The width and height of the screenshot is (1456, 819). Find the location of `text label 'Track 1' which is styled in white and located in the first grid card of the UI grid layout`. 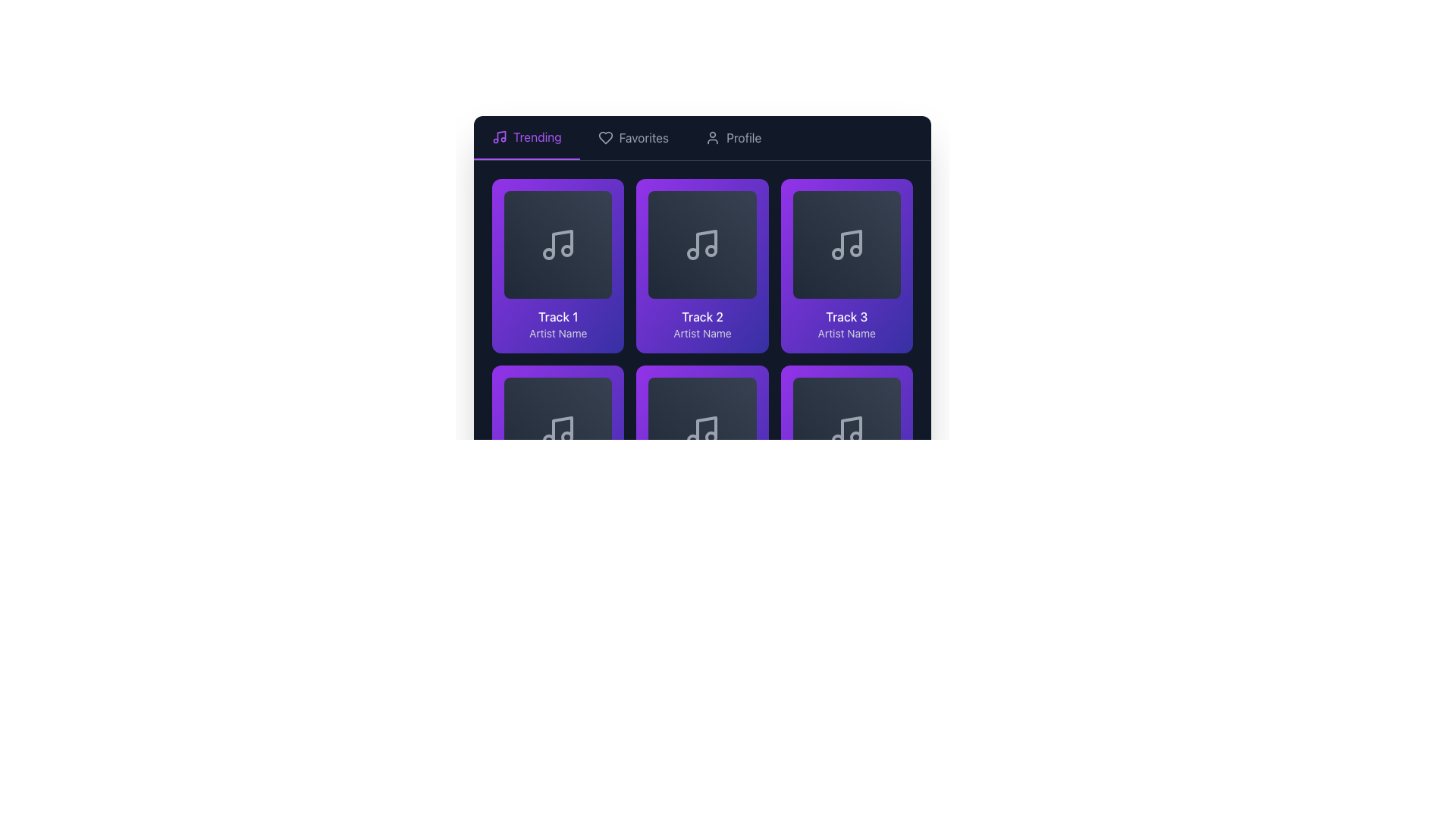

text label 'Track 1' which is styled in white and located in the first grid card of the UI grid layout is located at coordinates (557, 316).